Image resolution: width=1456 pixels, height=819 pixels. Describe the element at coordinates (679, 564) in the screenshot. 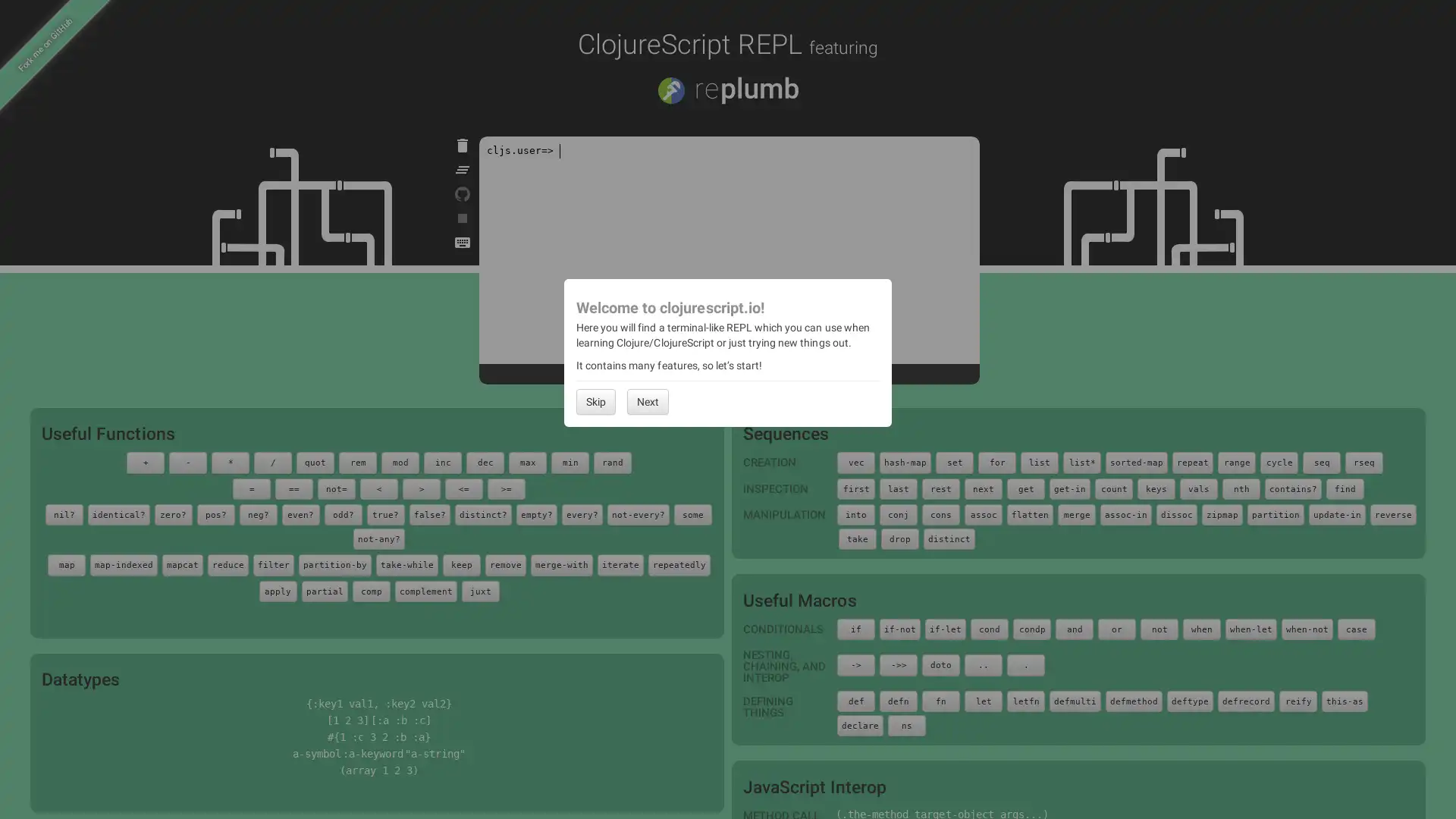

I see `repeatedly` at that location.